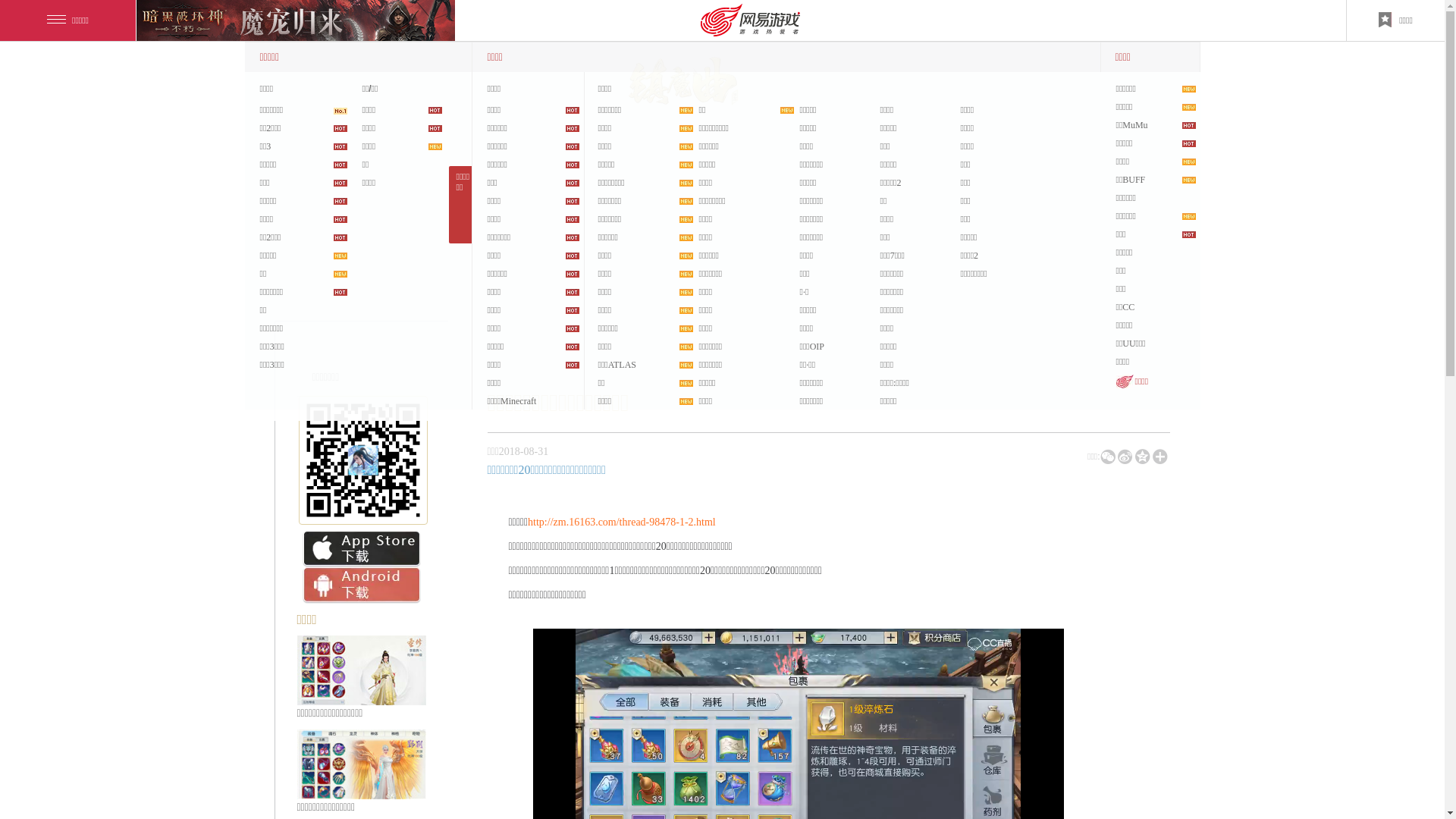  I want to click on 'http://zm.16163.com/thread-98478-1-2.html', so click(528, 521).